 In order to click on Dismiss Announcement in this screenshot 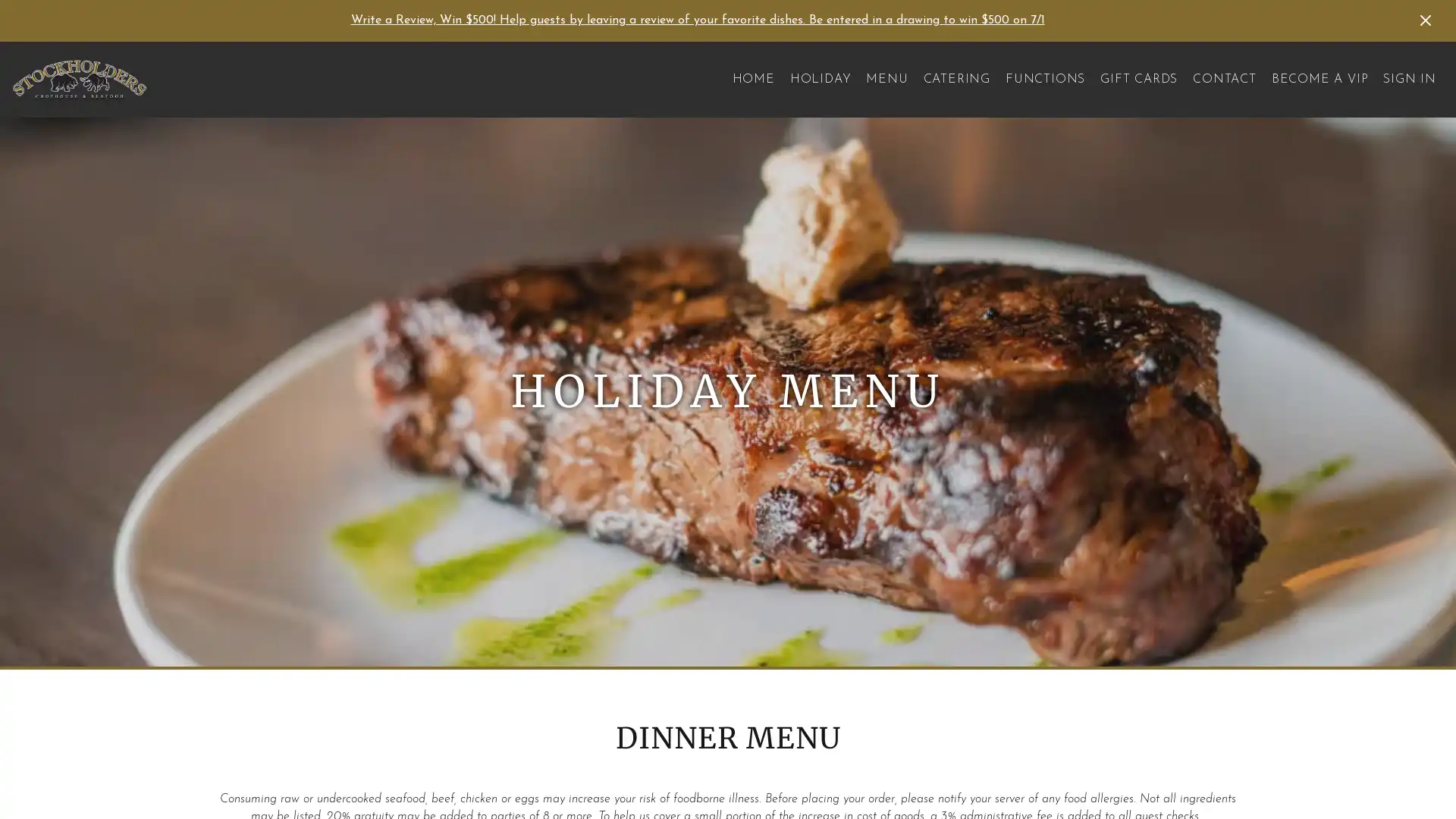, I will do `click(1425, 20)`.